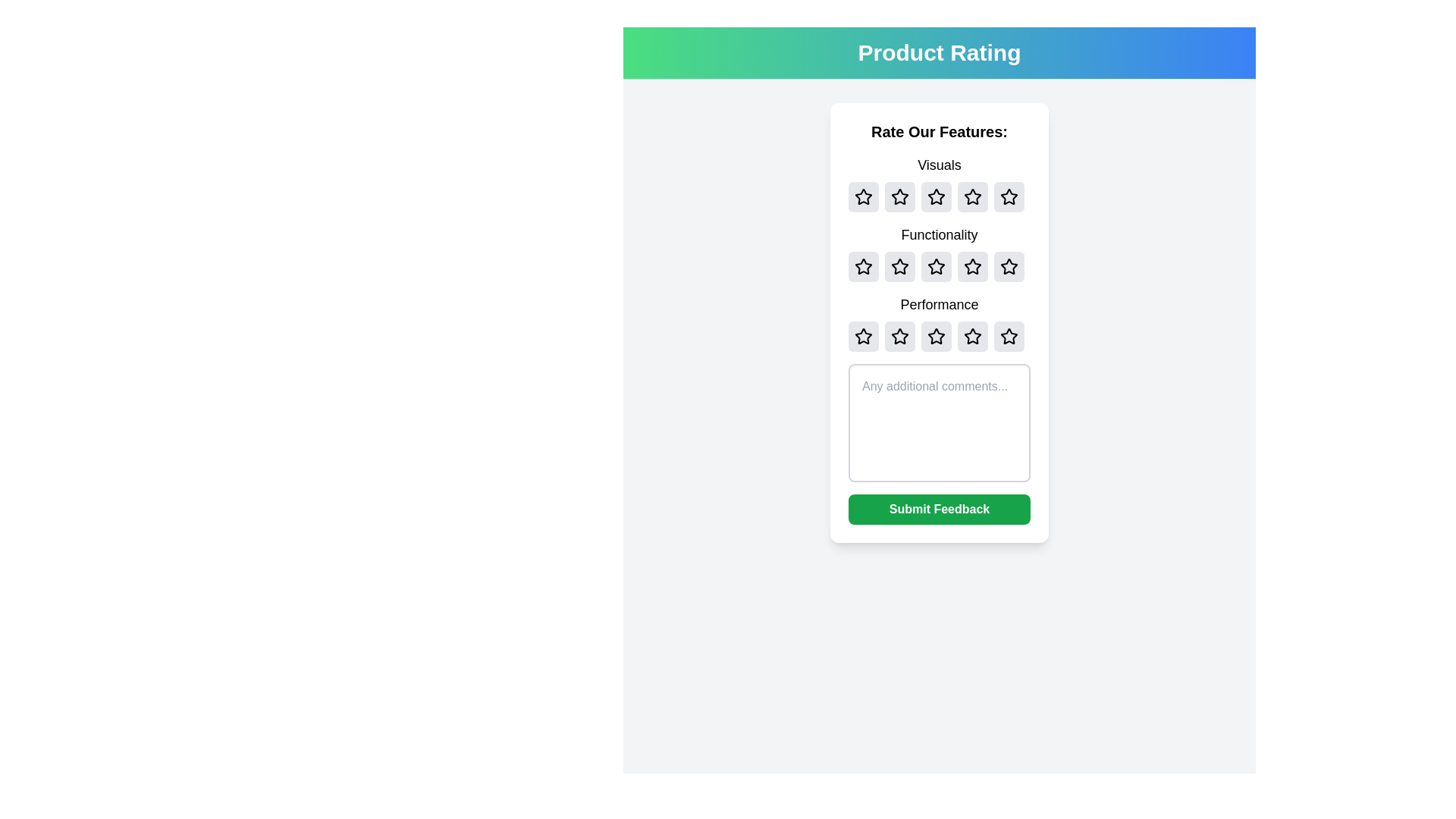  What do you see at coordinates (899, 196) in the screenshot?
I see `the second star in the 'Visuals' row of the 'Rate Our Features:' section` at bounding box center [899, 196].